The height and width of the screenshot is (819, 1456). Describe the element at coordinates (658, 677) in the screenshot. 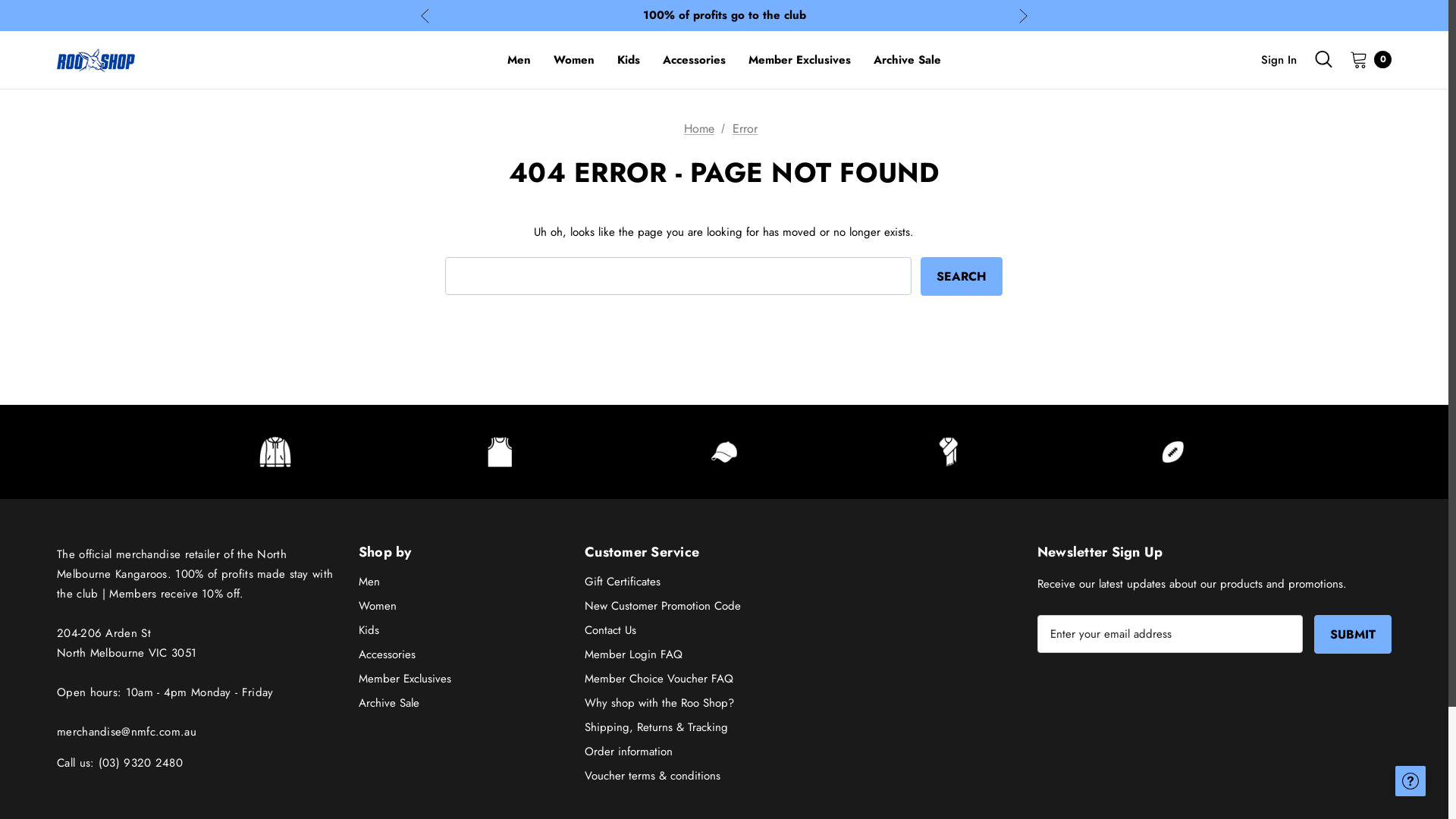

I see `'Member Choice Voucher FAQ'` at that location.